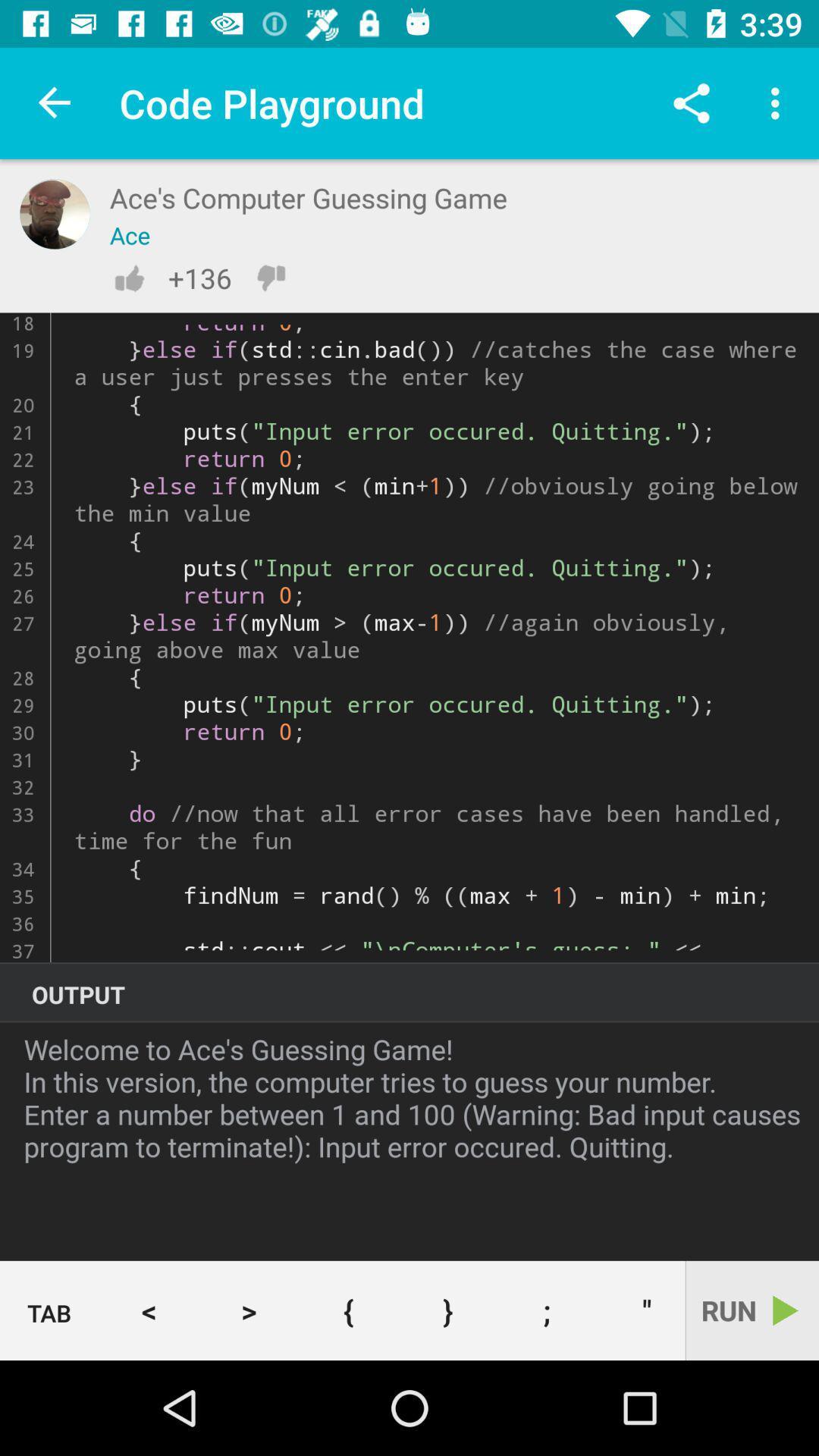 The width and height of the screenshot is (819, 1456). What do you see at coordinates (128, 278) in the screenshot?
I see `the thumbs_up icon` at bounding box center [128, 278].